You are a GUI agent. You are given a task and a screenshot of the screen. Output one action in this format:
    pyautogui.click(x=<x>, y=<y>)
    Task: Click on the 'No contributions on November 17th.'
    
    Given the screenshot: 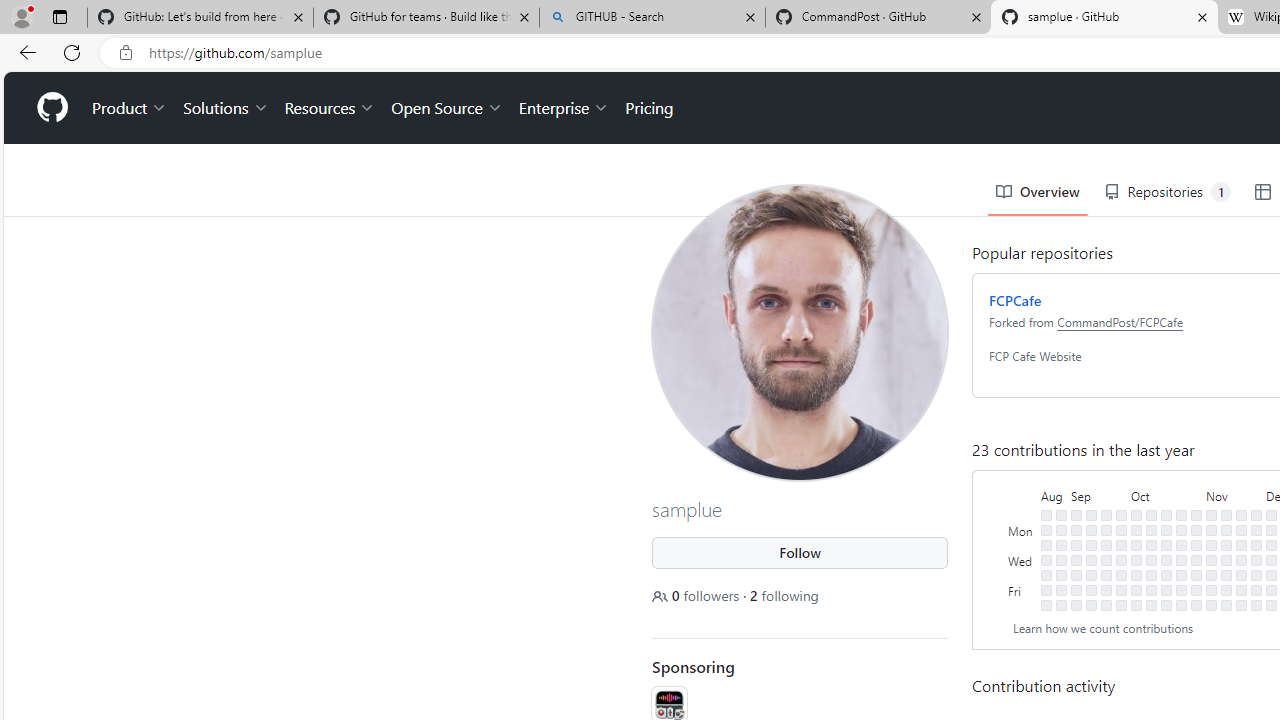 What is the action you would take?
    pyautogui.click(x=1225, y=589)
    